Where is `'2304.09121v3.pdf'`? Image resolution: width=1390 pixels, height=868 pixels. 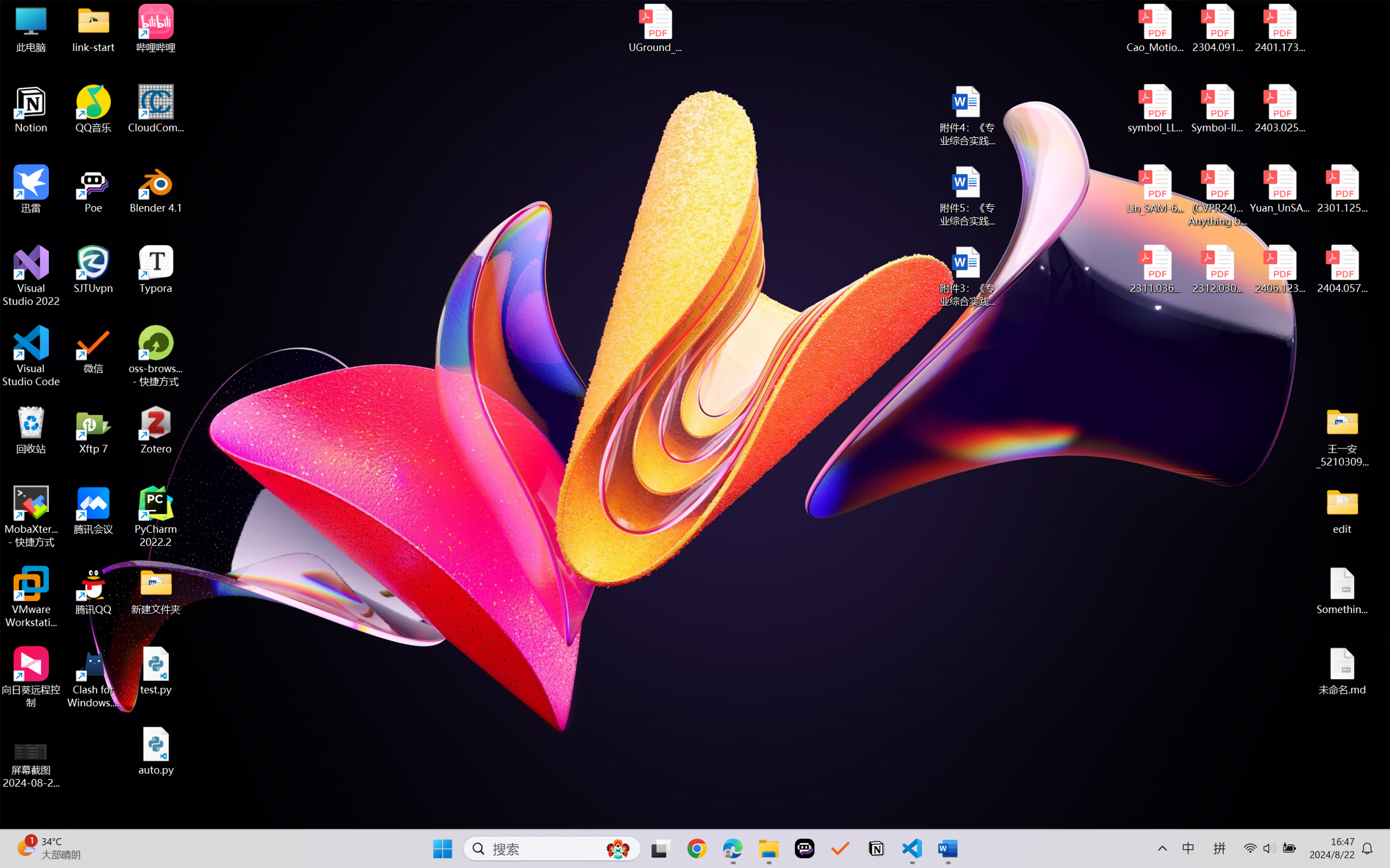 '2304.09121v3.pdf' is located at coordinates (1217, 28).